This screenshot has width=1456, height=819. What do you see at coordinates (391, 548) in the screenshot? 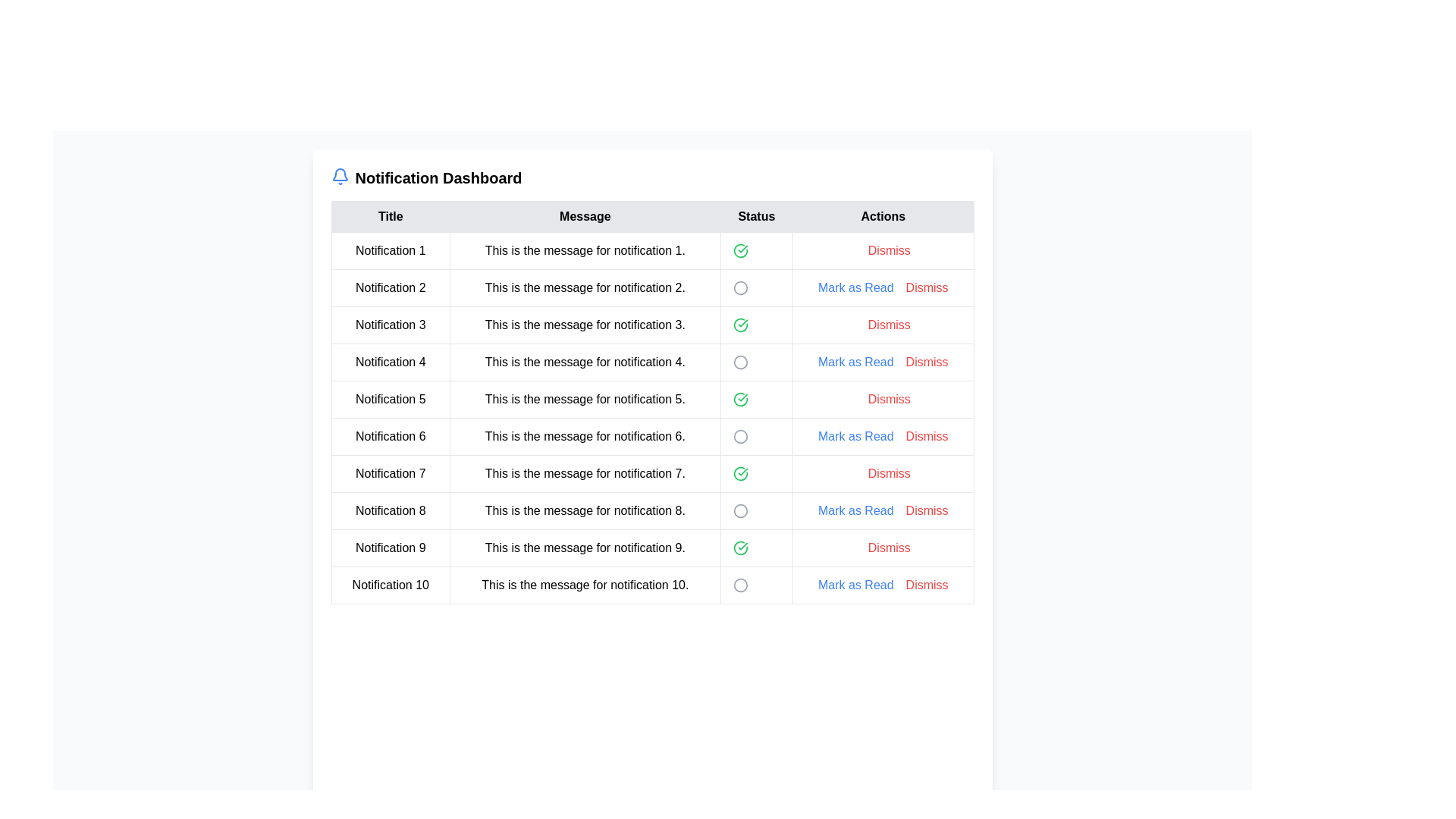
I see `the text label that reads 'Notification 9', which is styled with a centered alignment in a minimalist black font on a white background, located in the 'Title' column of the ninth row` at bounding box center [391, 548].